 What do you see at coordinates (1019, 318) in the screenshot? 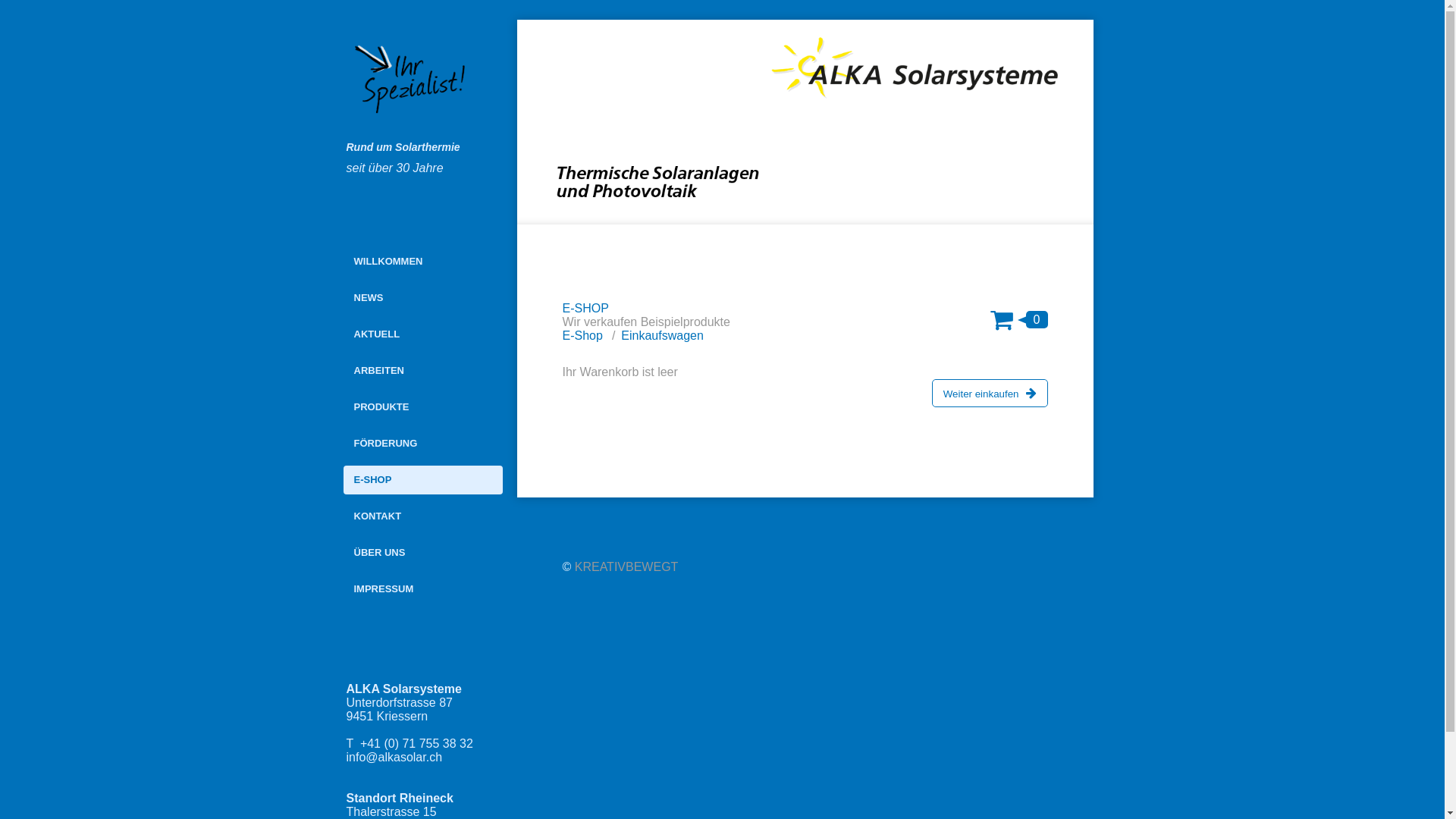
I see `'0'` at bounding box center [1019, 318].